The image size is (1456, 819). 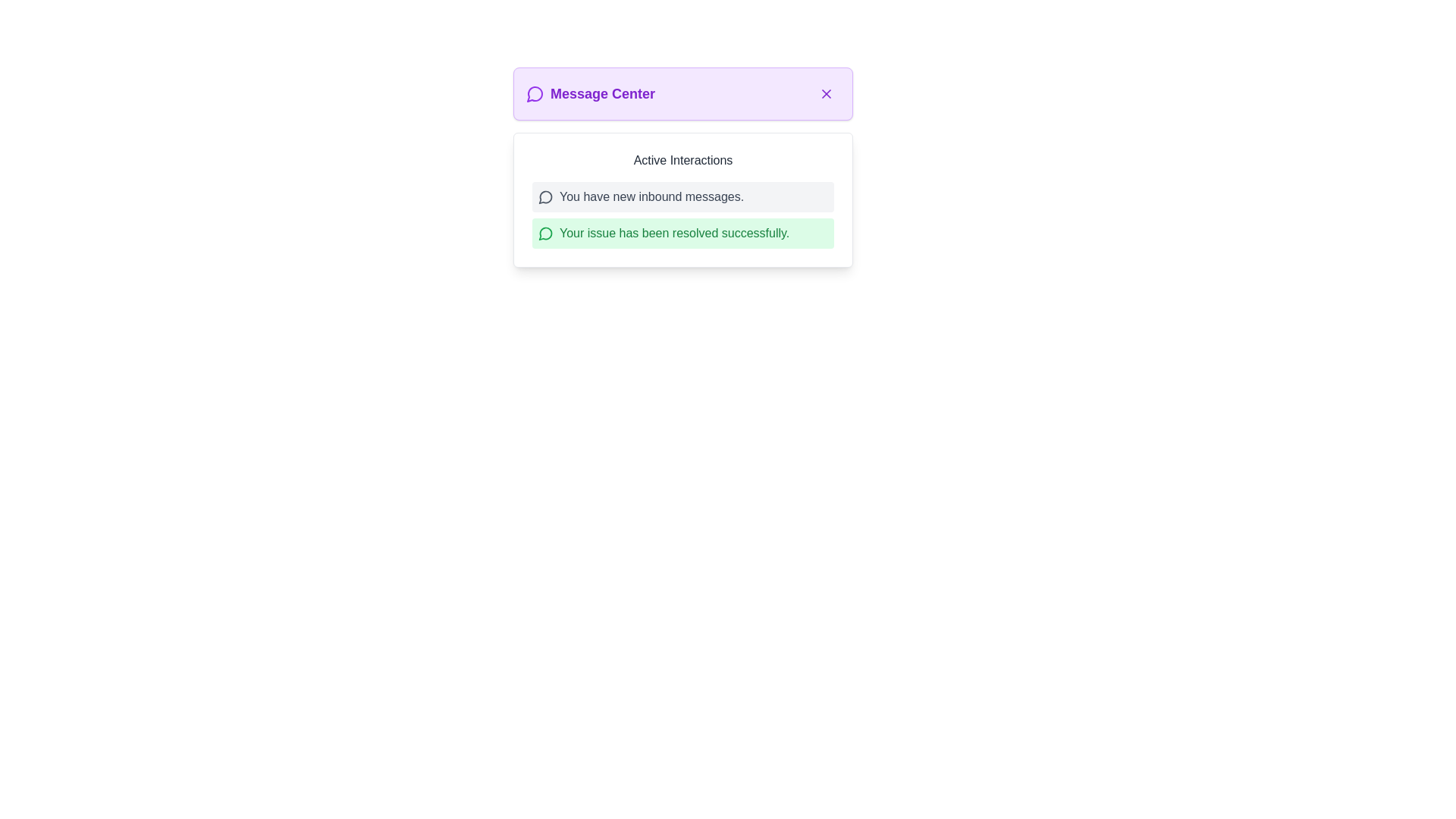 What do you see at coordinates (535, 94) in the screenshot?
I see `the decorative icon in the top-left corner of the 'Message Center' header bar, adjacent to the text 'Message Center'` at bounding box center [535, 94].